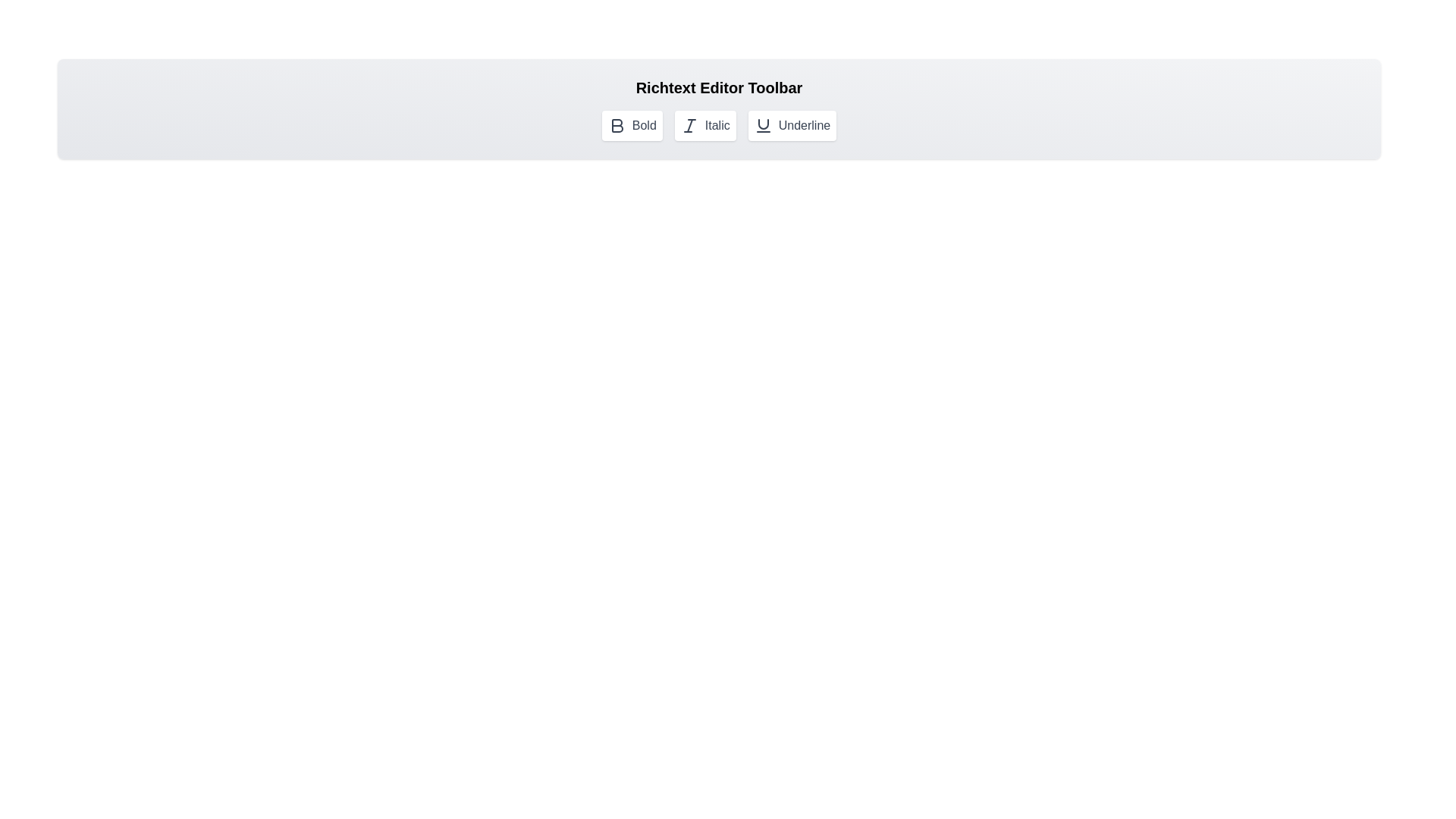 This screenshot has width=1456, height=819. Describe the element at coordinates (632, 124) in the screenshot. I see `the 'Bold' button to toggle bold formatting` at that location.